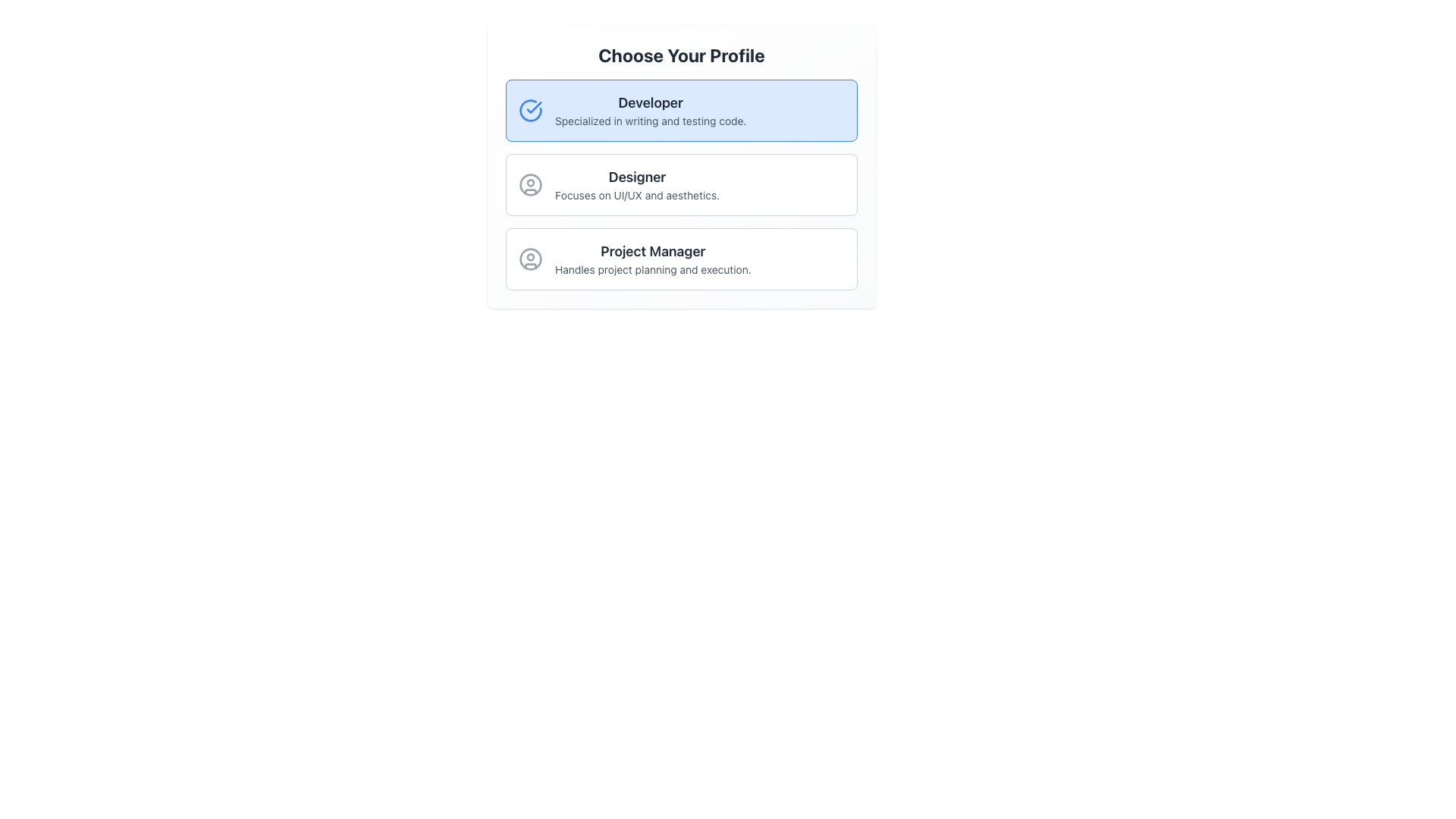 This screenshot has height=819, width=1456. Describe the element at coordinates (637, 184) in the screenshot. I see `the 'Designer' profile text block, which is the second option in a vertical list of three options, positioned between 'Developer' and 'Project Manager'` at that location.